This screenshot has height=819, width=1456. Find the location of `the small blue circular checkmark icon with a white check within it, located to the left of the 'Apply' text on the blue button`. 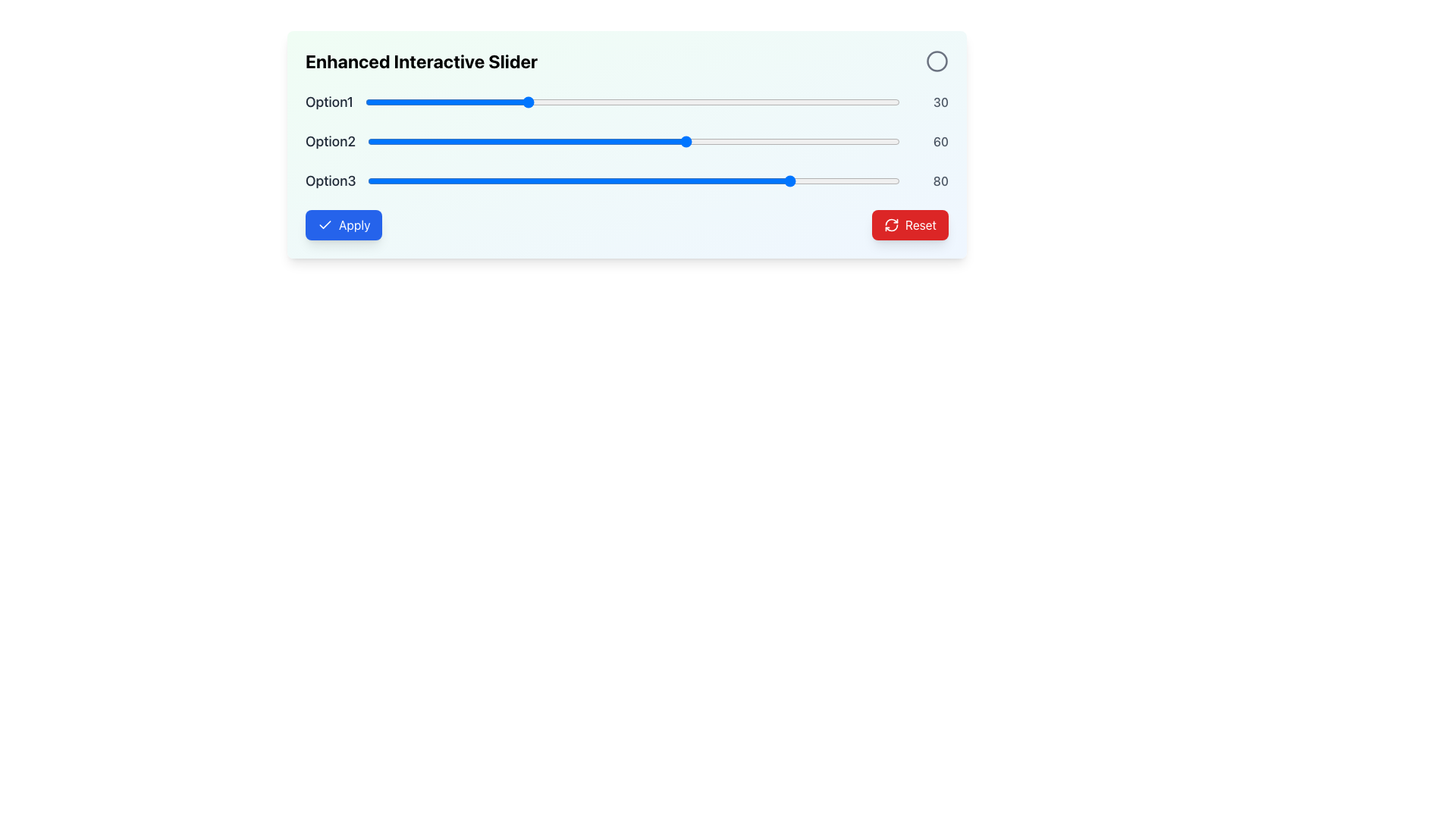

the small blue circular checkmark icon with a white check within it, located to the left of the 'Apply' text on the blue button is located at coordinates (324, 225).